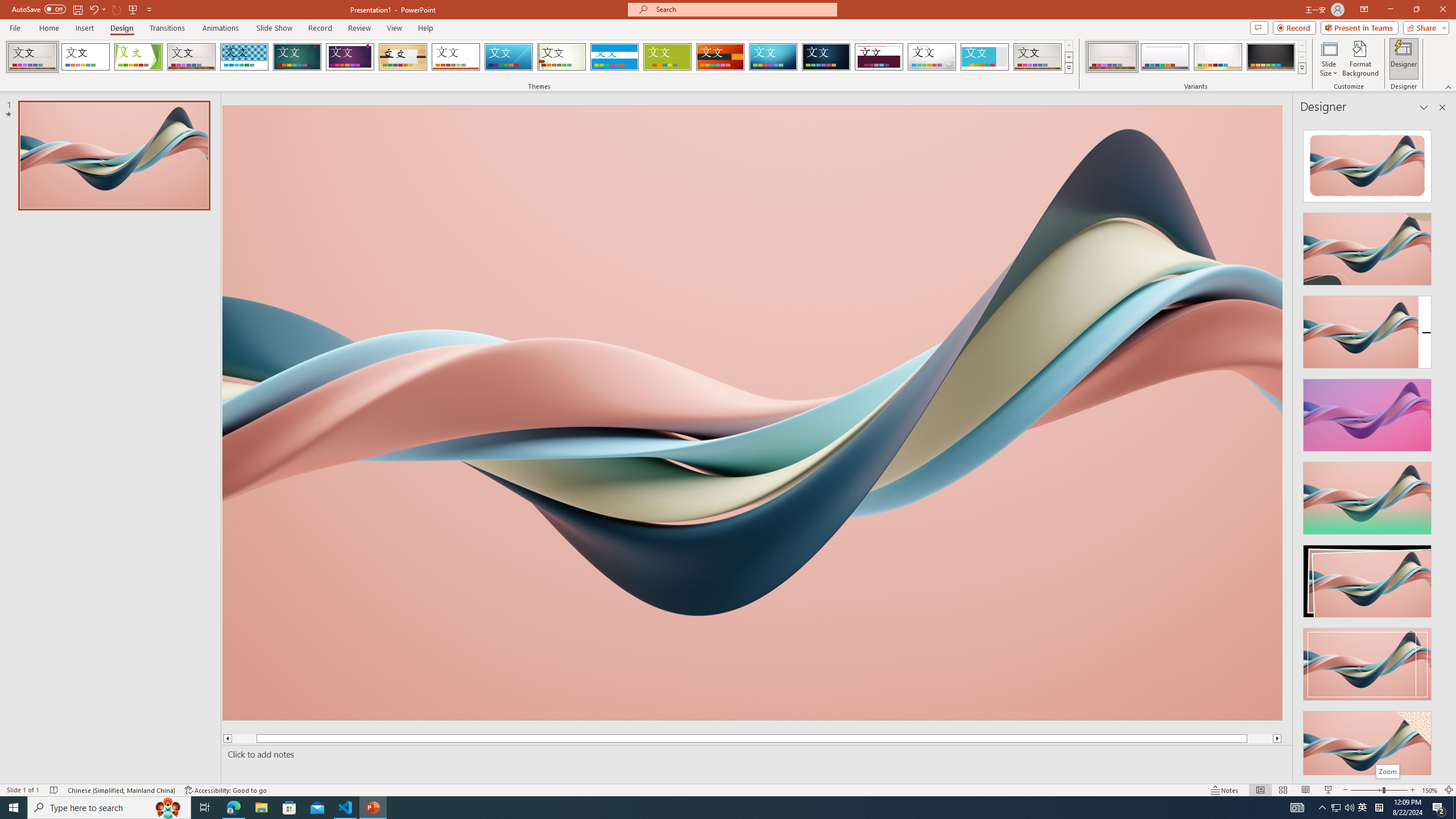  I want to click on 'Organic', so click(403, 56).